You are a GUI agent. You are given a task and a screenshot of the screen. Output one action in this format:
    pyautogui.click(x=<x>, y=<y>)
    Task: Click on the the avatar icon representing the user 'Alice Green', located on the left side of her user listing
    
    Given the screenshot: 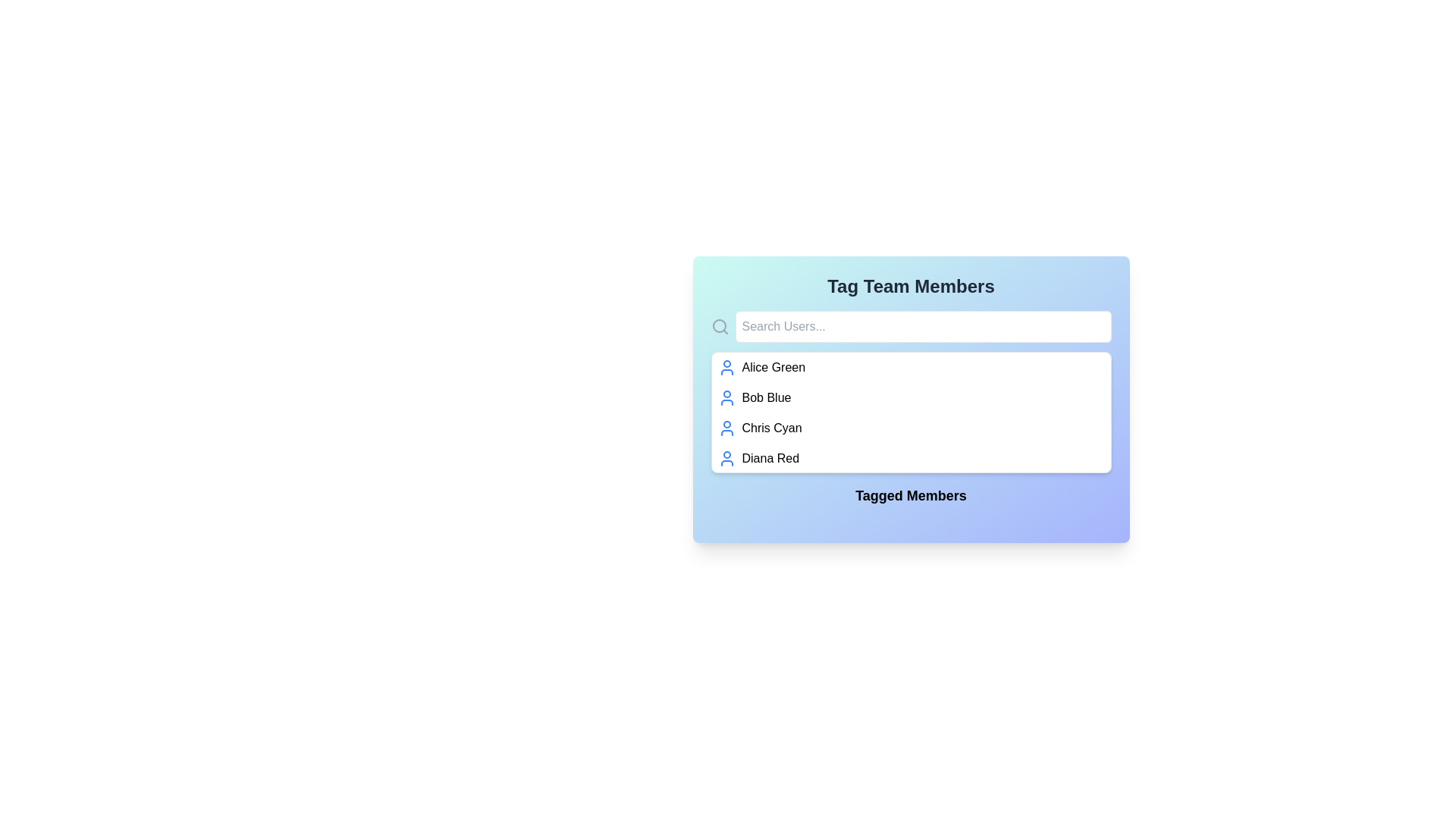 What is the action you would take?
    pyautogui.click(x=726, y=368)
    